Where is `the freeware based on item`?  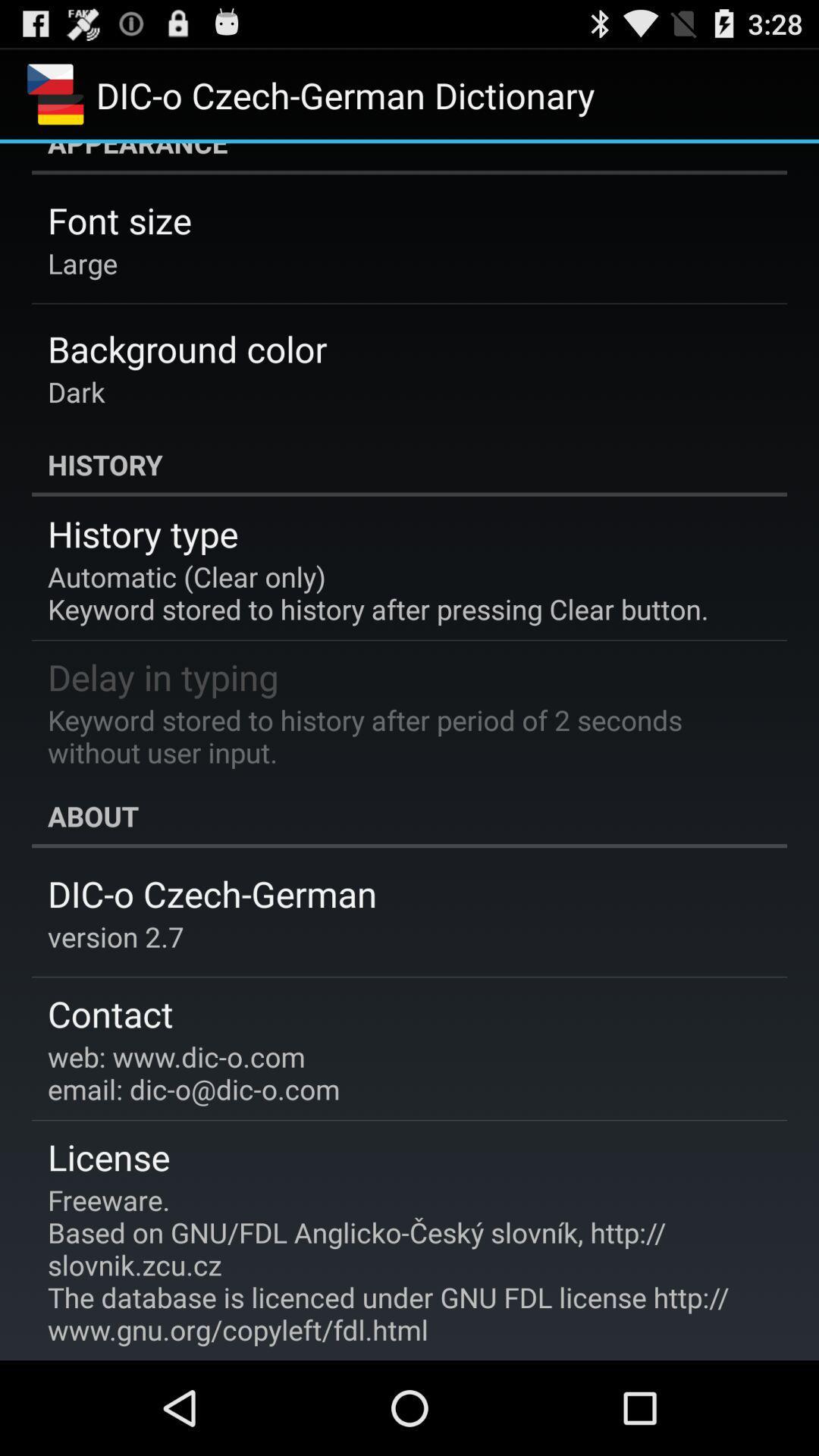 the freeware based on item is located at coordinates (398, 1265).